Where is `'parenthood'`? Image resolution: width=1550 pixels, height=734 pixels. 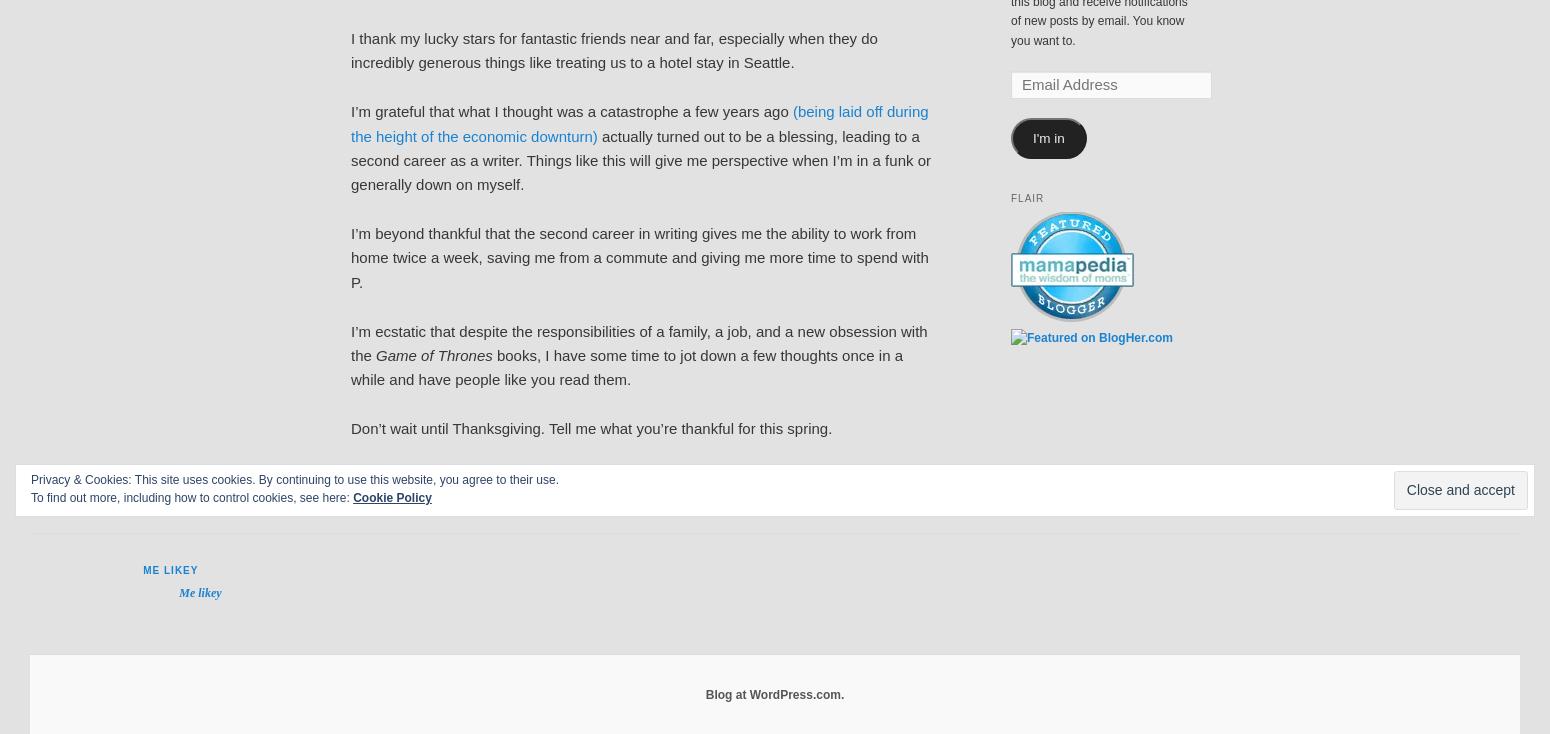 'parenthood' is located at coordinates (474, 474).